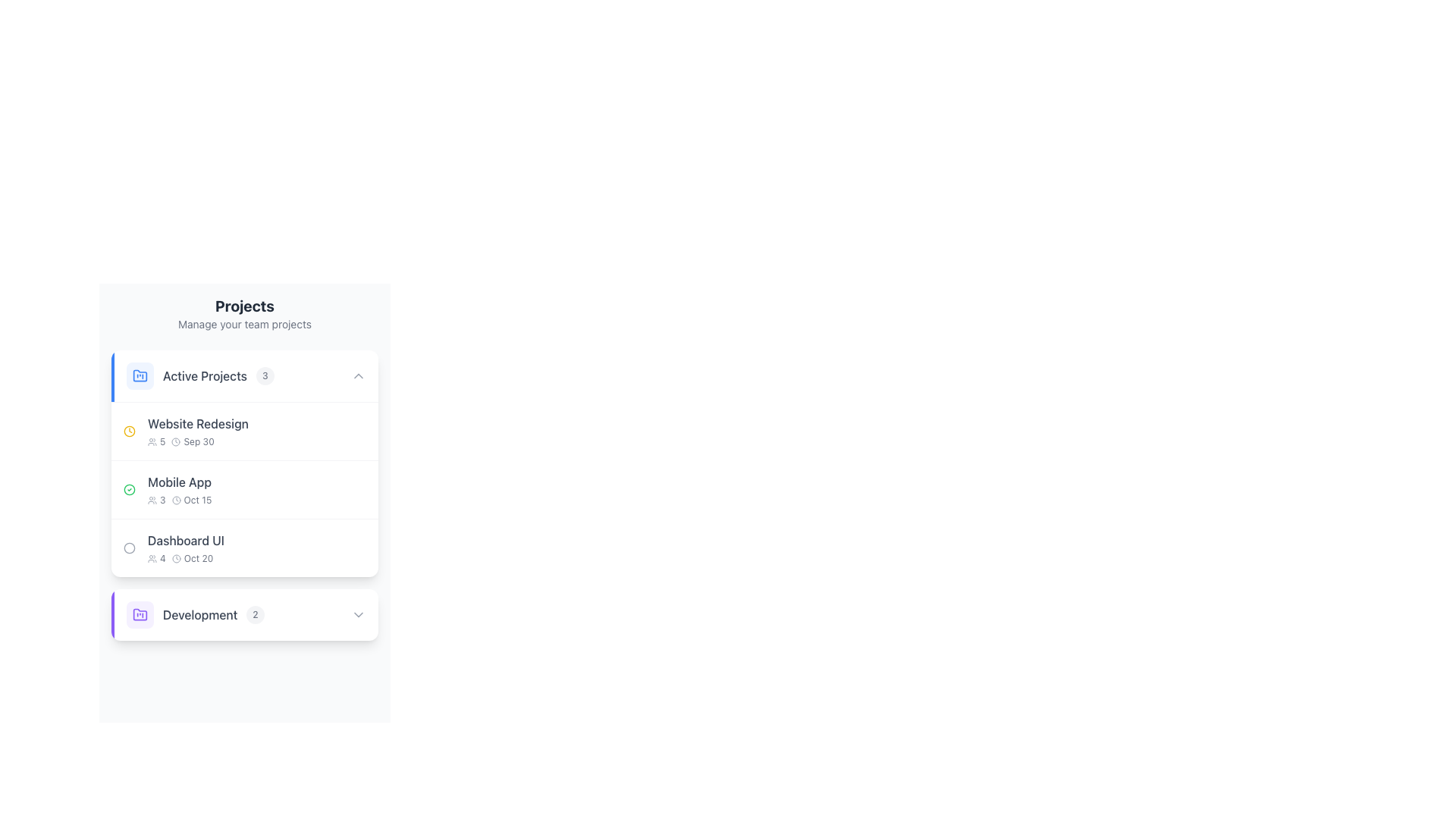 Image resolution: width=1456 pixels, height=819 pixels. What do you see at coordinates (180, 500) in the screenshot?
I see `displayed information from the active projects indicator that shows the number '3' and the date 'Oct 15' under the 'Mobile App' entry` at bounding box center [180, 500].